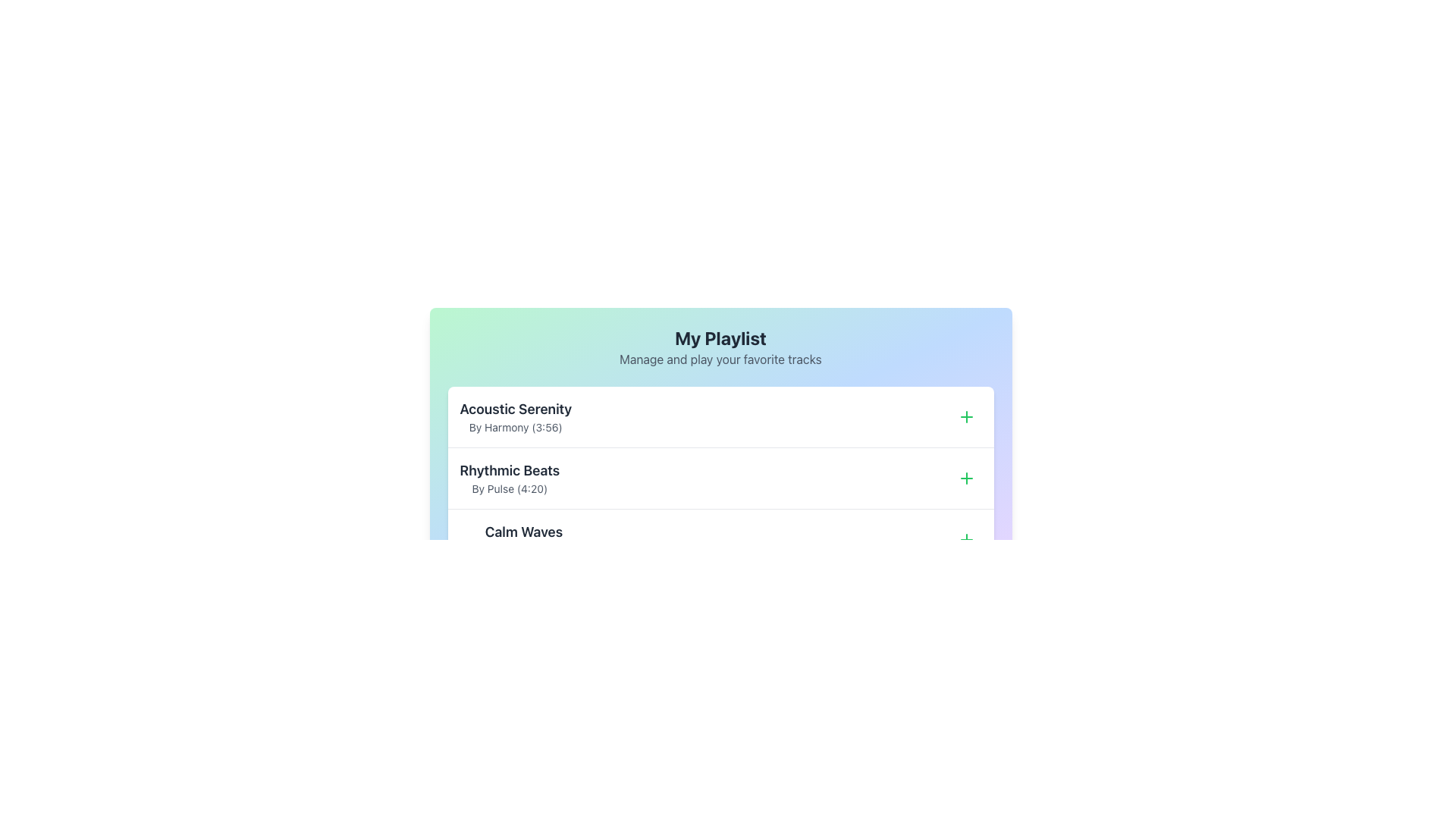  I want to click on the text label displaying the title of the media track, which is located at the bottommost item of a vertically stacked list in the playlist interface, aligned to the left above the subtitle 'By Relaxing Sounds (5:10)', so click(524, 539).